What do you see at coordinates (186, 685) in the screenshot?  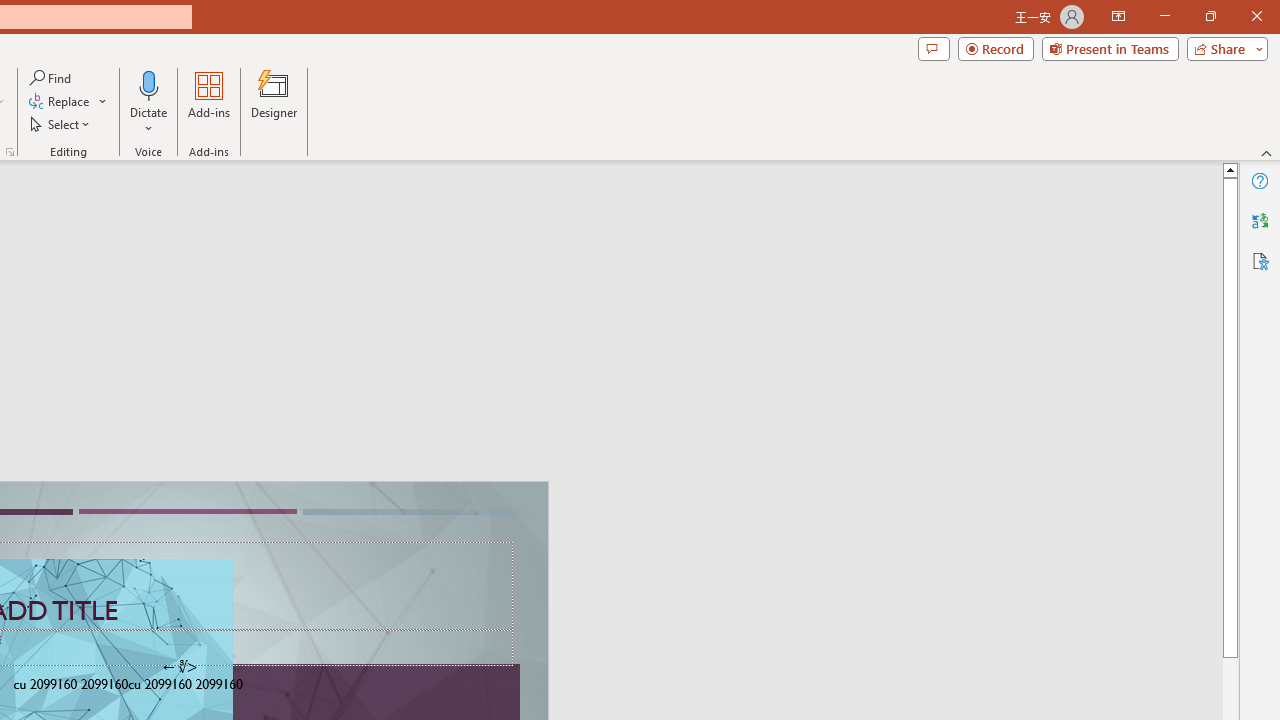 I see `'TextBox 61'` at bounding box center [186, 685].